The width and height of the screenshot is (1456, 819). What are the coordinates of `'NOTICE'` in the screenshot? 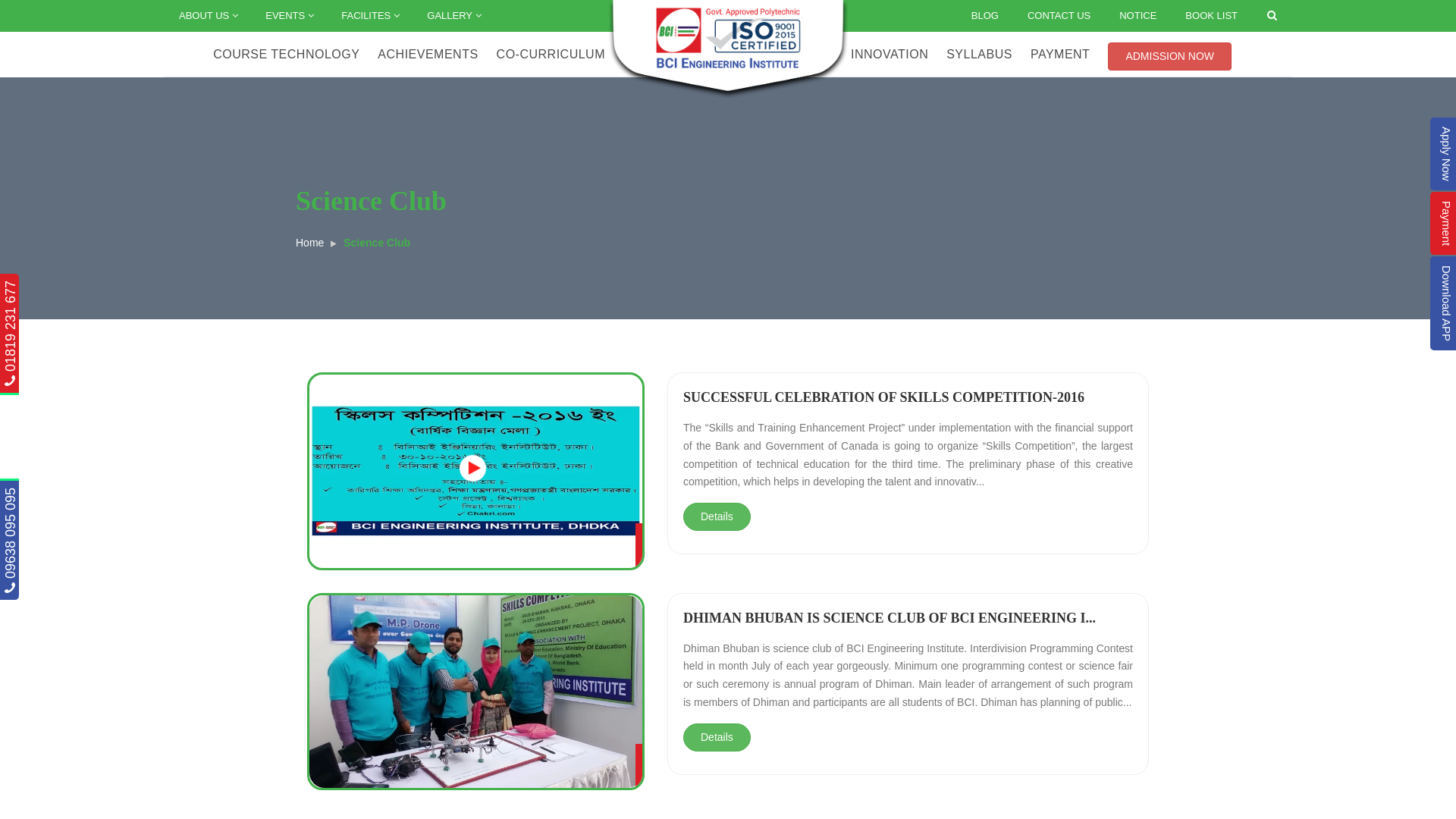 It's located at (1137, 15).